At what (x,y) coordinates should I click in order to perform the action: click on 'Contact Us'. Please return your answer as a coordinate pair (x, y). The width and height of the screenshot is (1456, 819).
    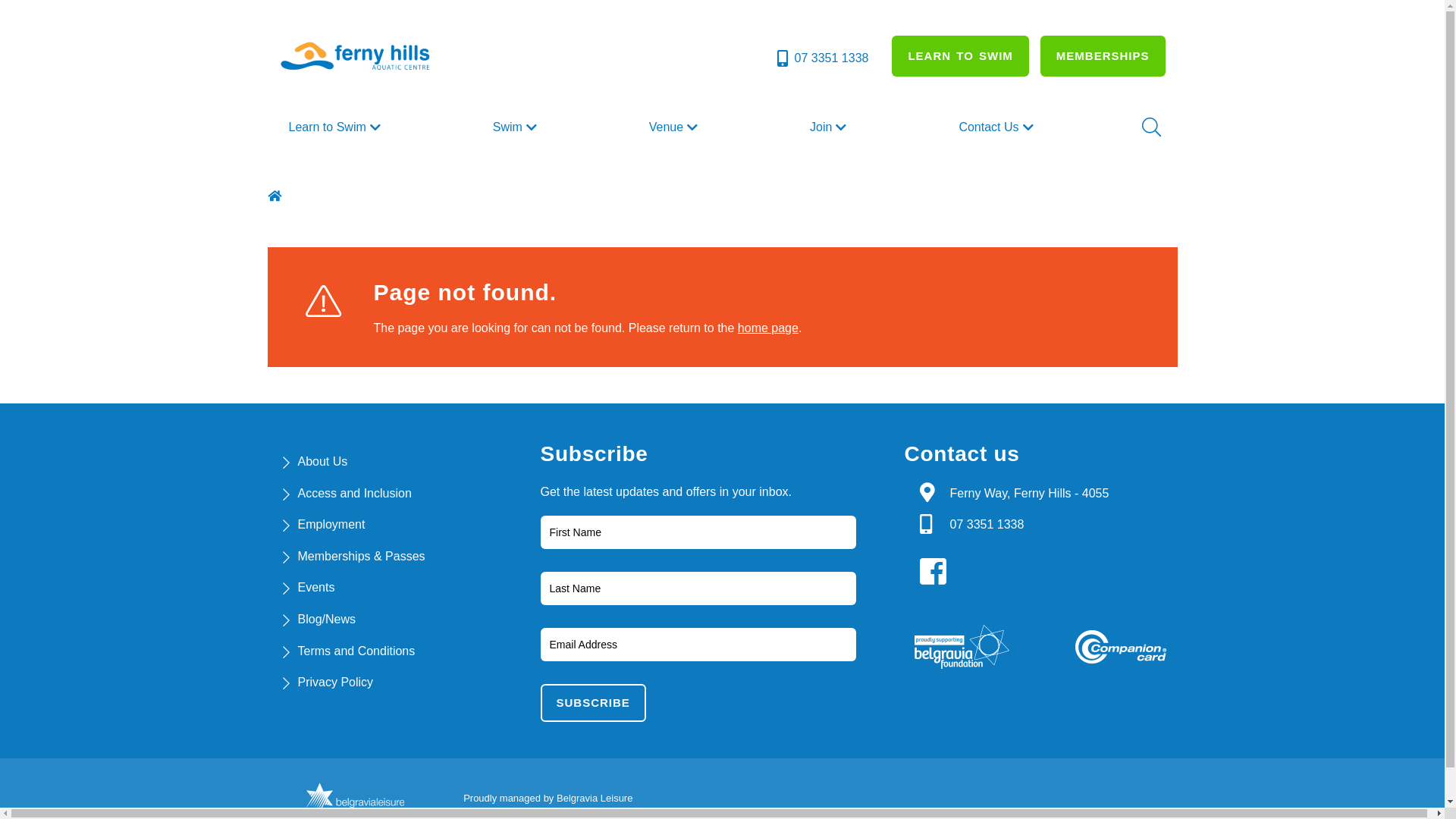
    Looking at the image, I should click on (997, 127).